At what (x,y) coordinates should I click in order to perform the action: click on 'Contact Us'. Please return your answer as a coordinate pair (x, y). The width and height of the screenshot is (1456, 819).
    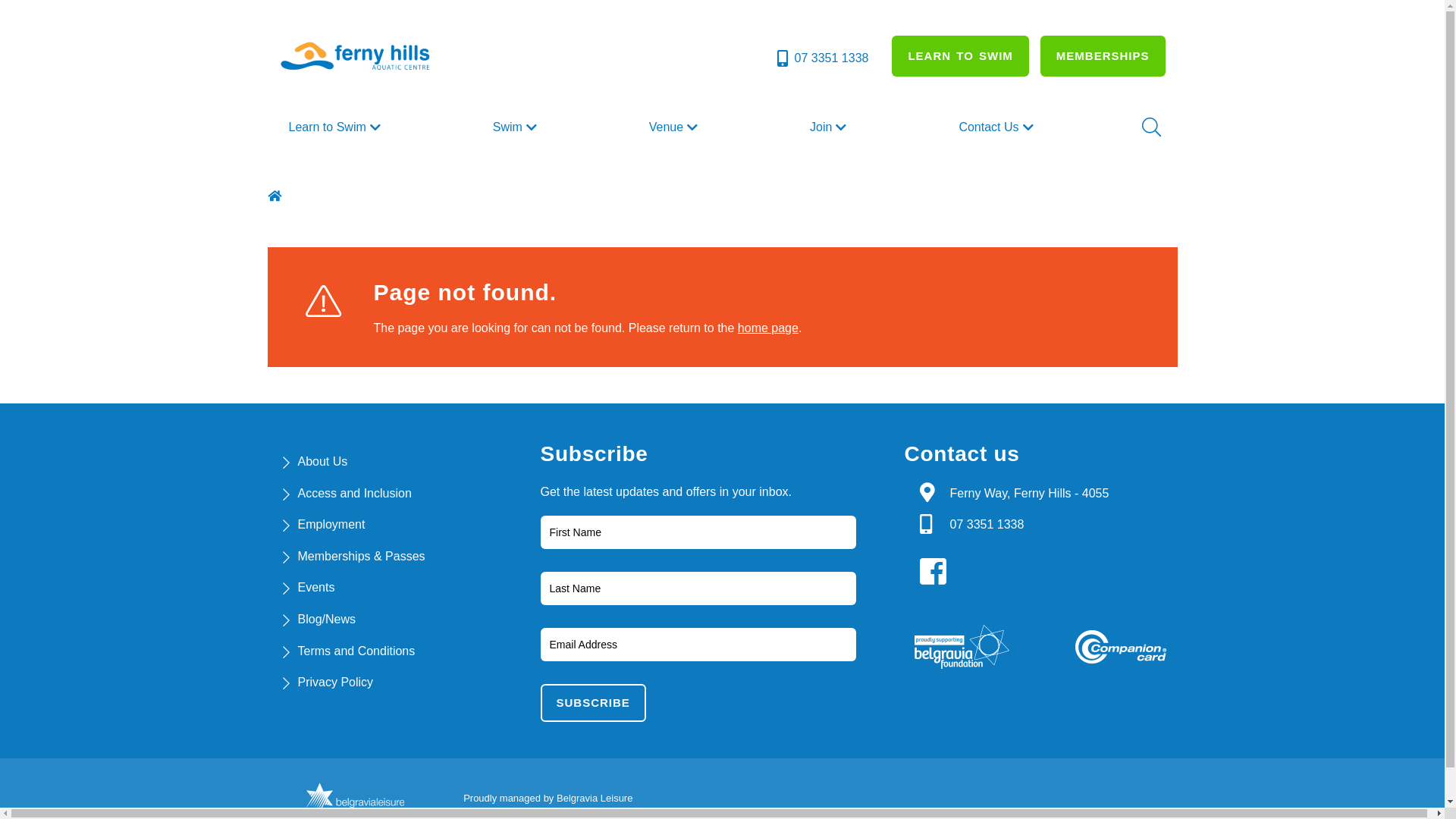
    Looking at the image, I should click on (997, 127).